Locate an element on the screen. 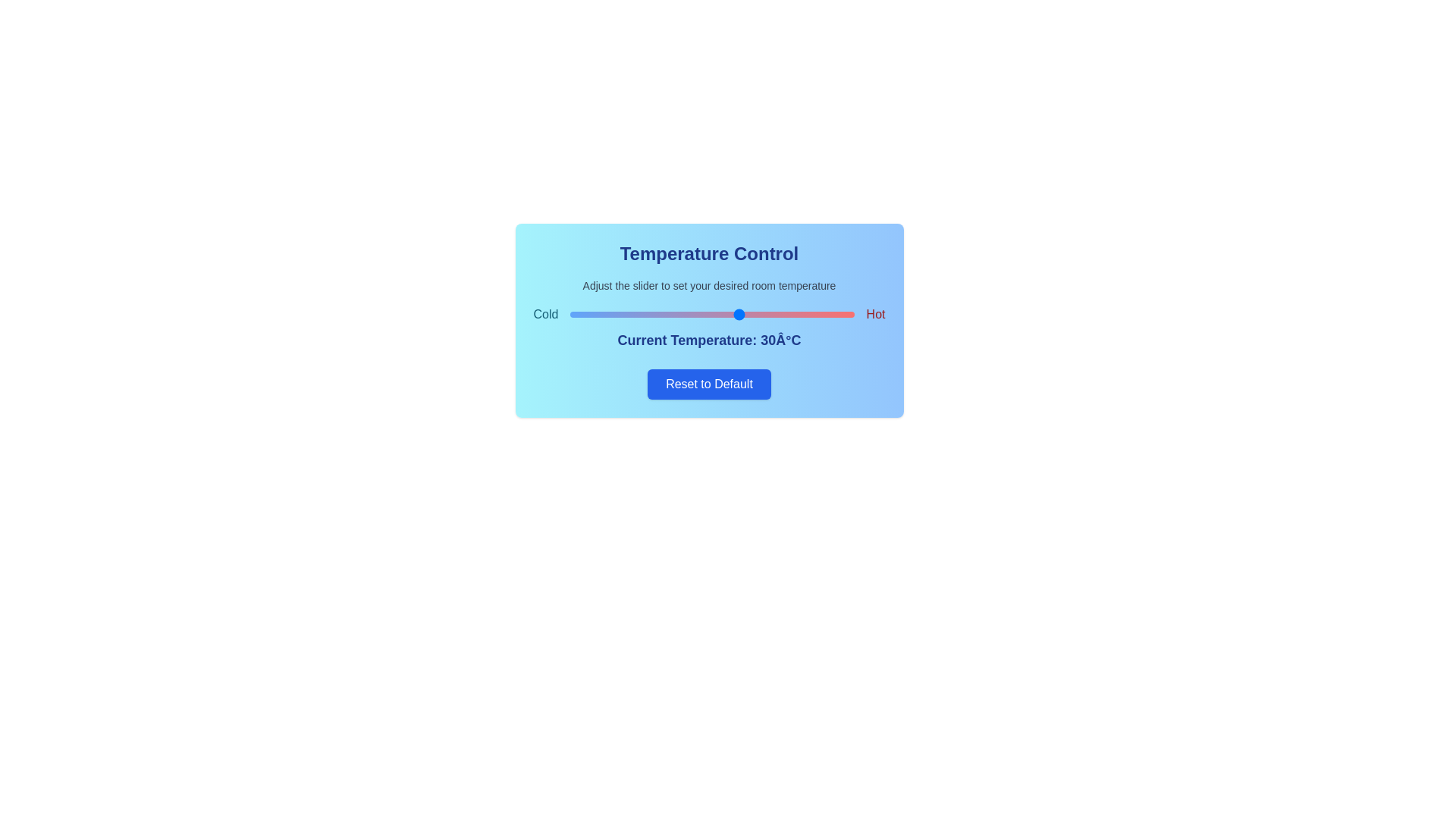  the temperature slider to set the temperature to 34°C is located at coordinates (763, 314).